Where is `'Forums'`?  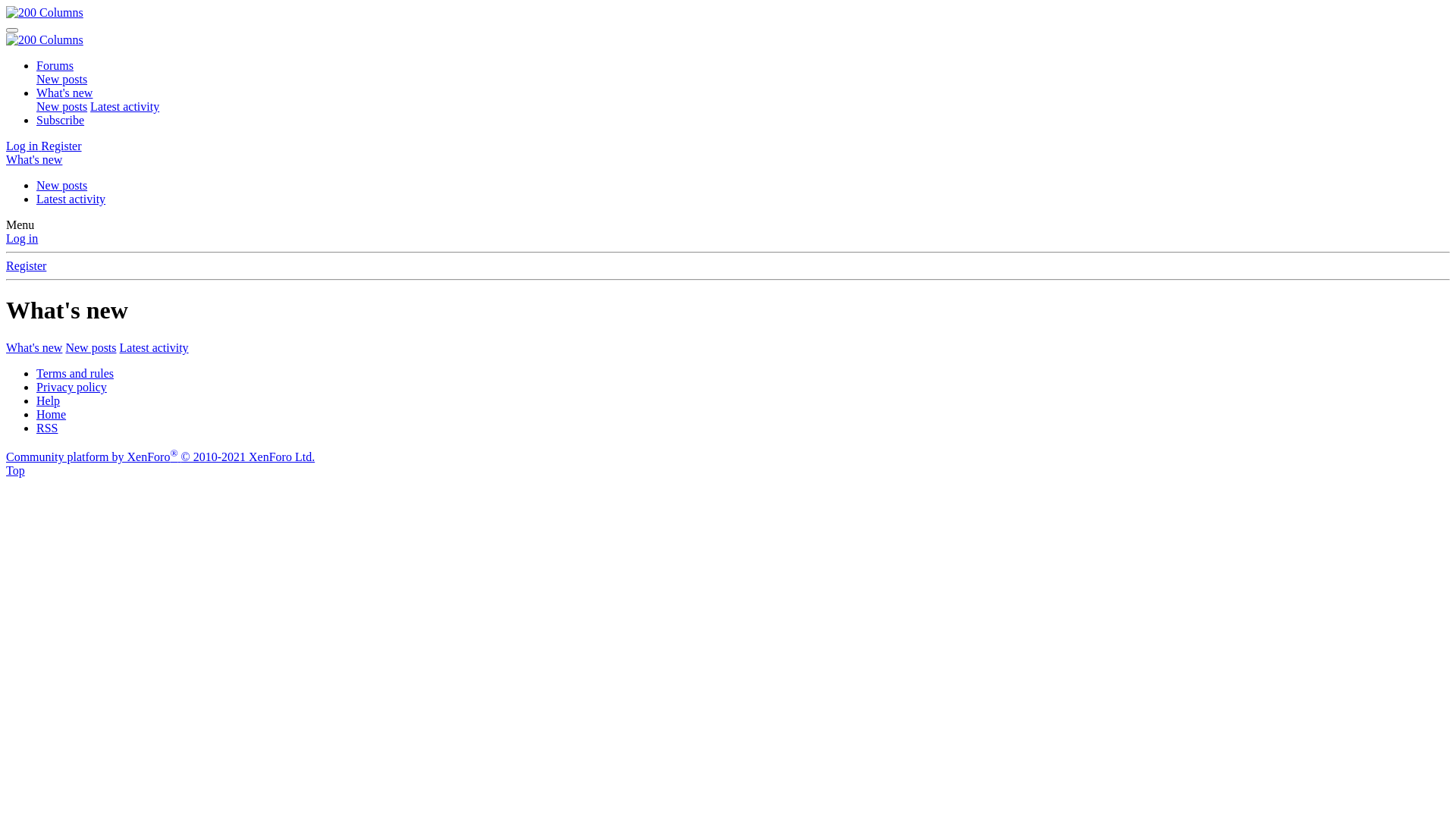 'Forums' is located at coordinates (55, 64).